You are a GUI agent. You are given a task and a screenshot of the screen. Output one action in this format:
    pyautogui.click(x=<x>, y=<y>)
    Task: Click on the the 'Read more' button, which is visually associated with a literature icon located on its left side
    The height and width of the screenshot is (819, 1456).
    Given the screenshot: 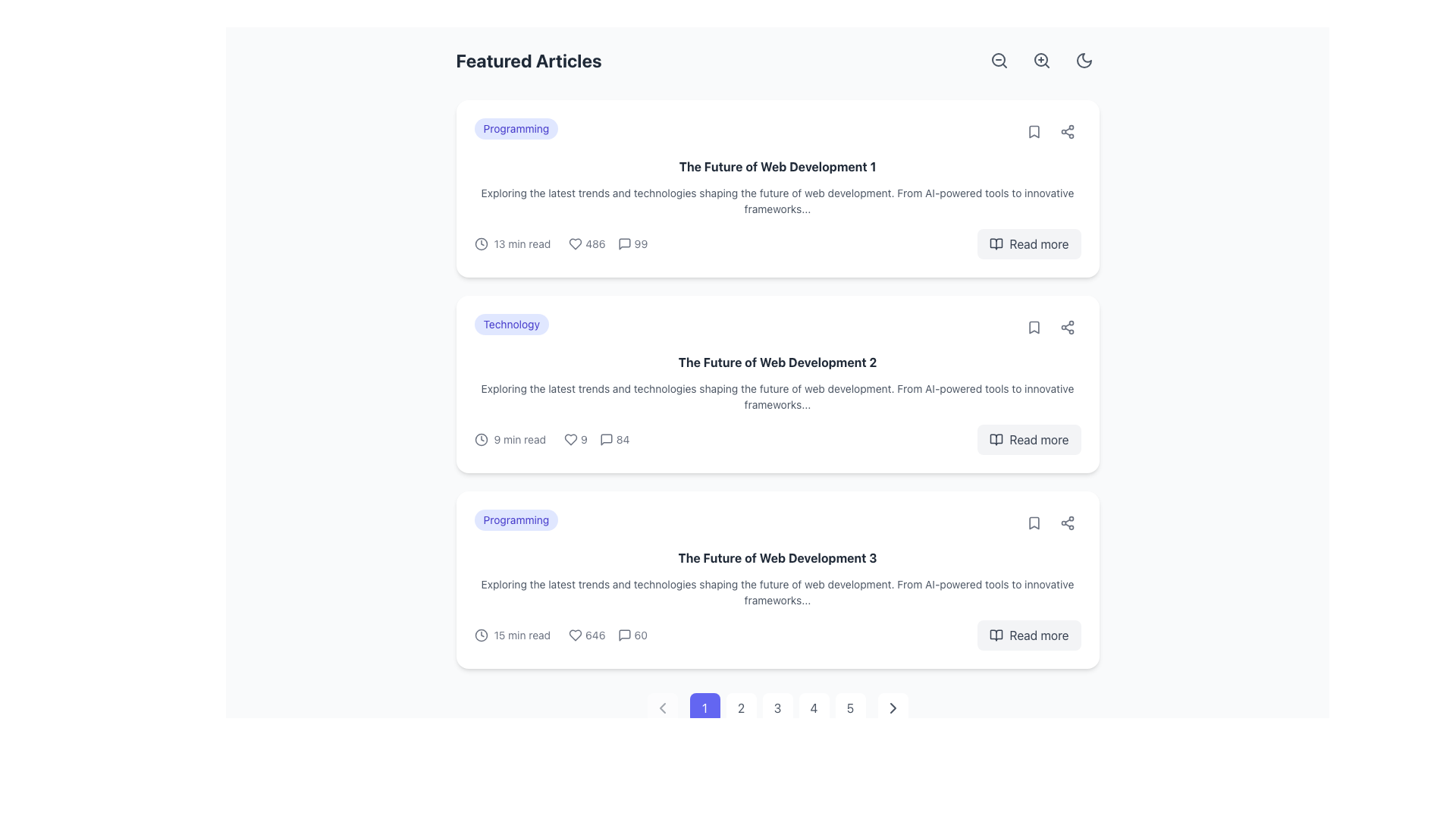 What is the action you would take?
    pyautogui.click(x=996, y=243)
    